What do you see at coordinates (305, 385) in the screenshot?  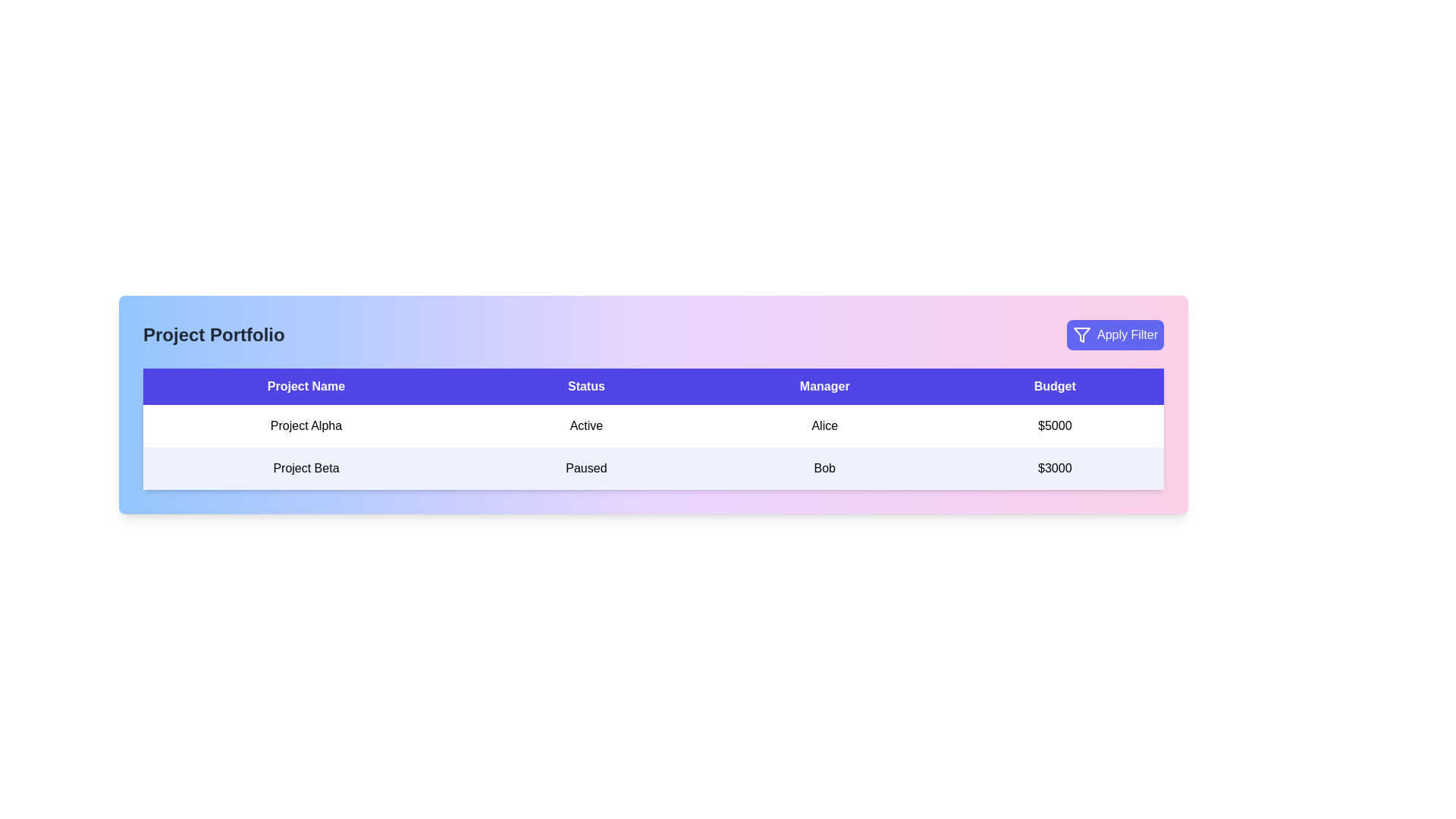 I see `the 'Project Name' table header cell with a purple background and white bold text` at bounding box center [305, 385].